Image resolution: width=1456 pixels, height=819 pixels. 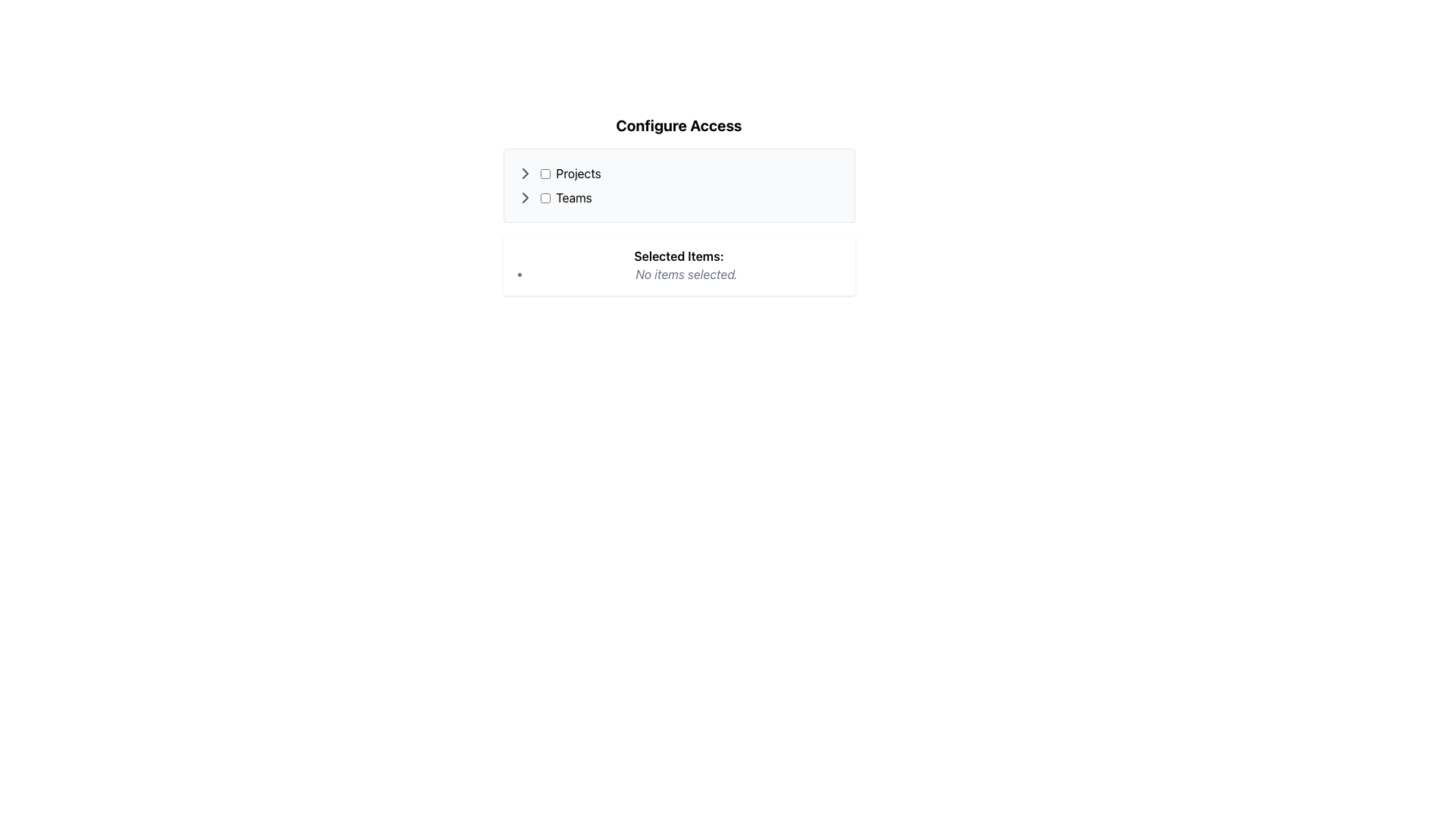 I want to click on properties of the 'Projects' label located in the 'Configure Access' section, positioned beside a checkbox and an arrow icon, so click(x=678, y=172).